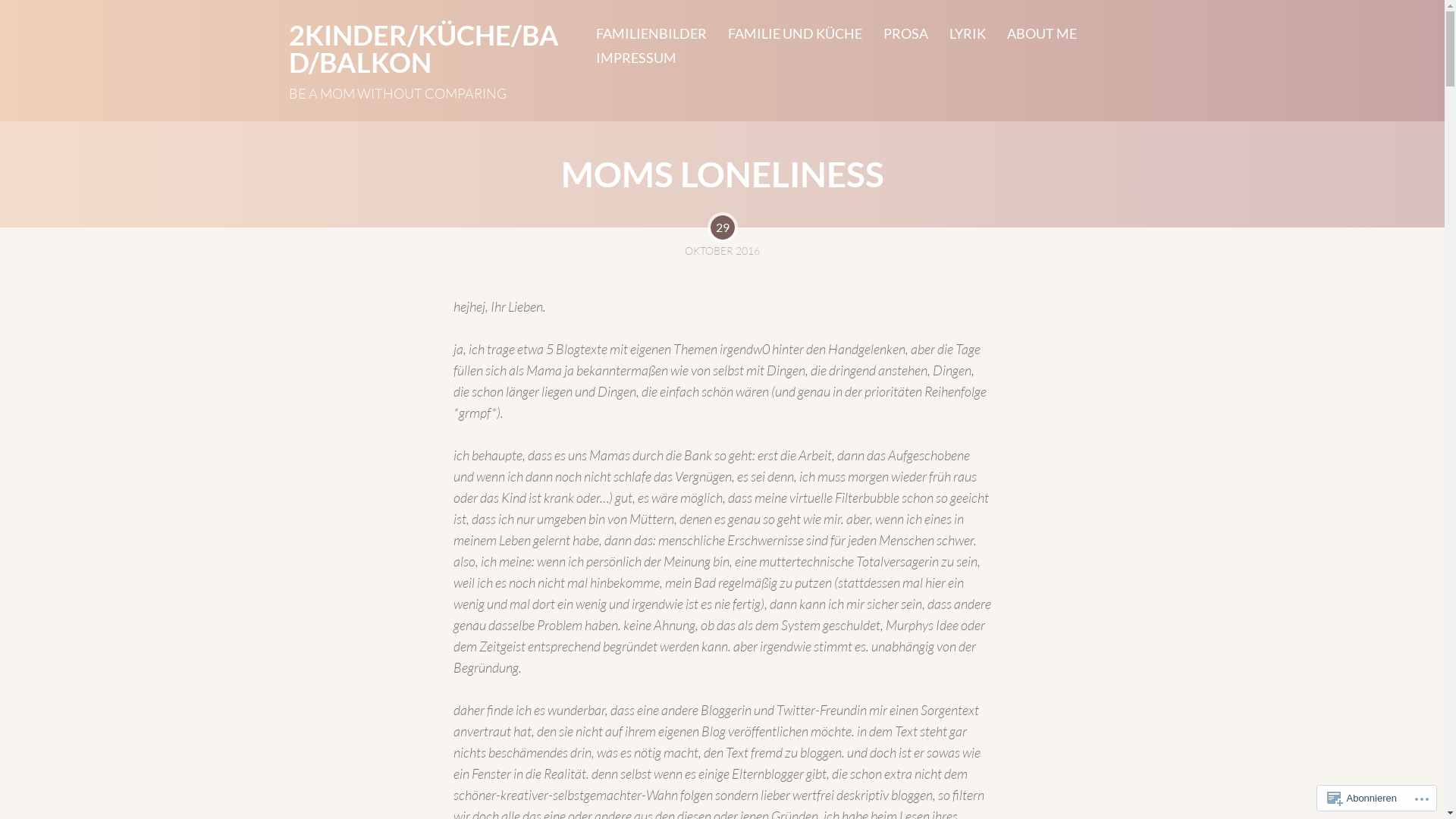 This screenshot has width=1456, height=819. Describe the element at coordinates (956, 33) in the screenshot. I see `'LYRIK'` at that location.